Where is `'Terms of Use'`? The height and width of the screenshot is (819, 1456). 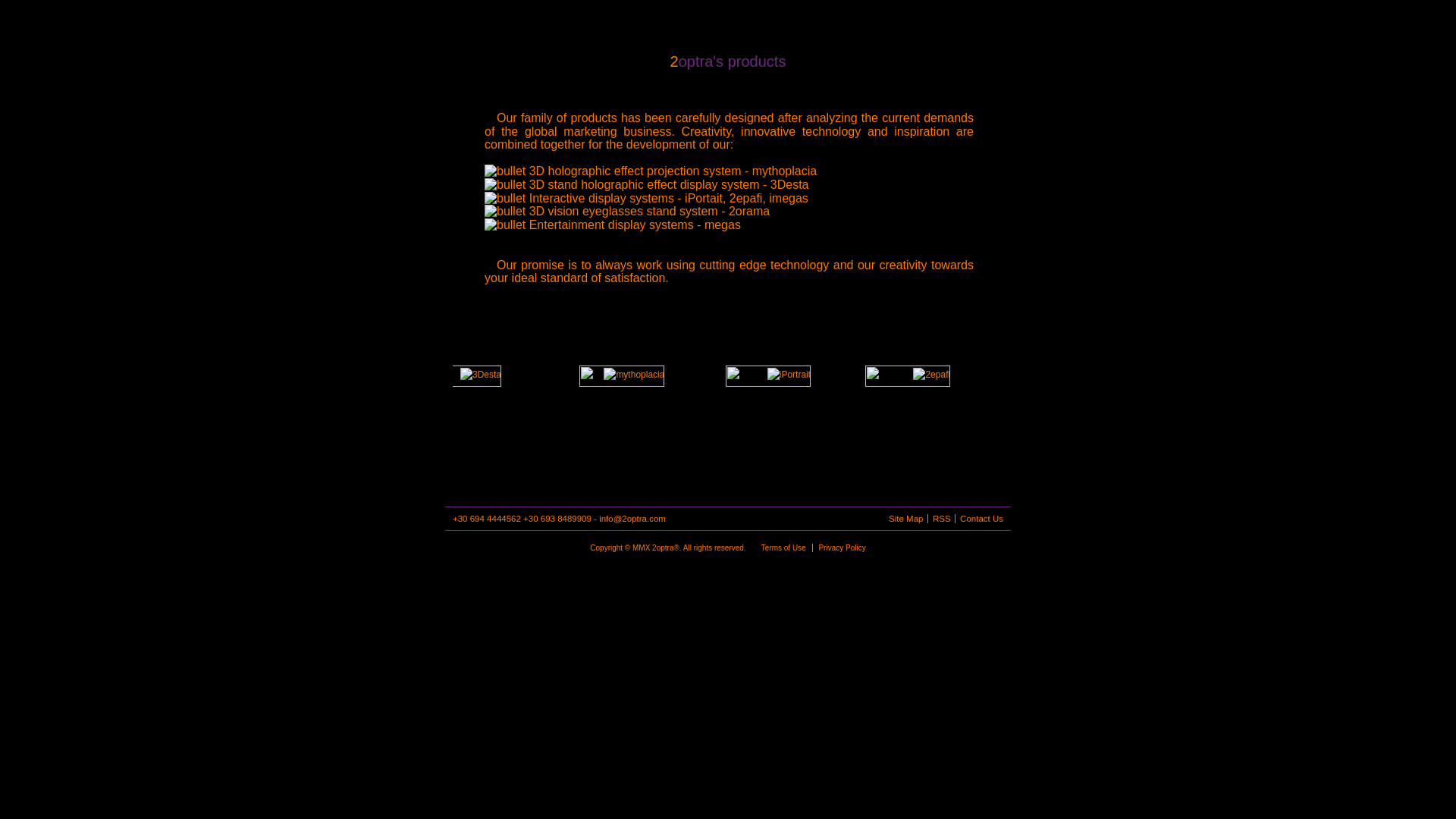 'Terms of Use' is located at coordinates (783, 548).